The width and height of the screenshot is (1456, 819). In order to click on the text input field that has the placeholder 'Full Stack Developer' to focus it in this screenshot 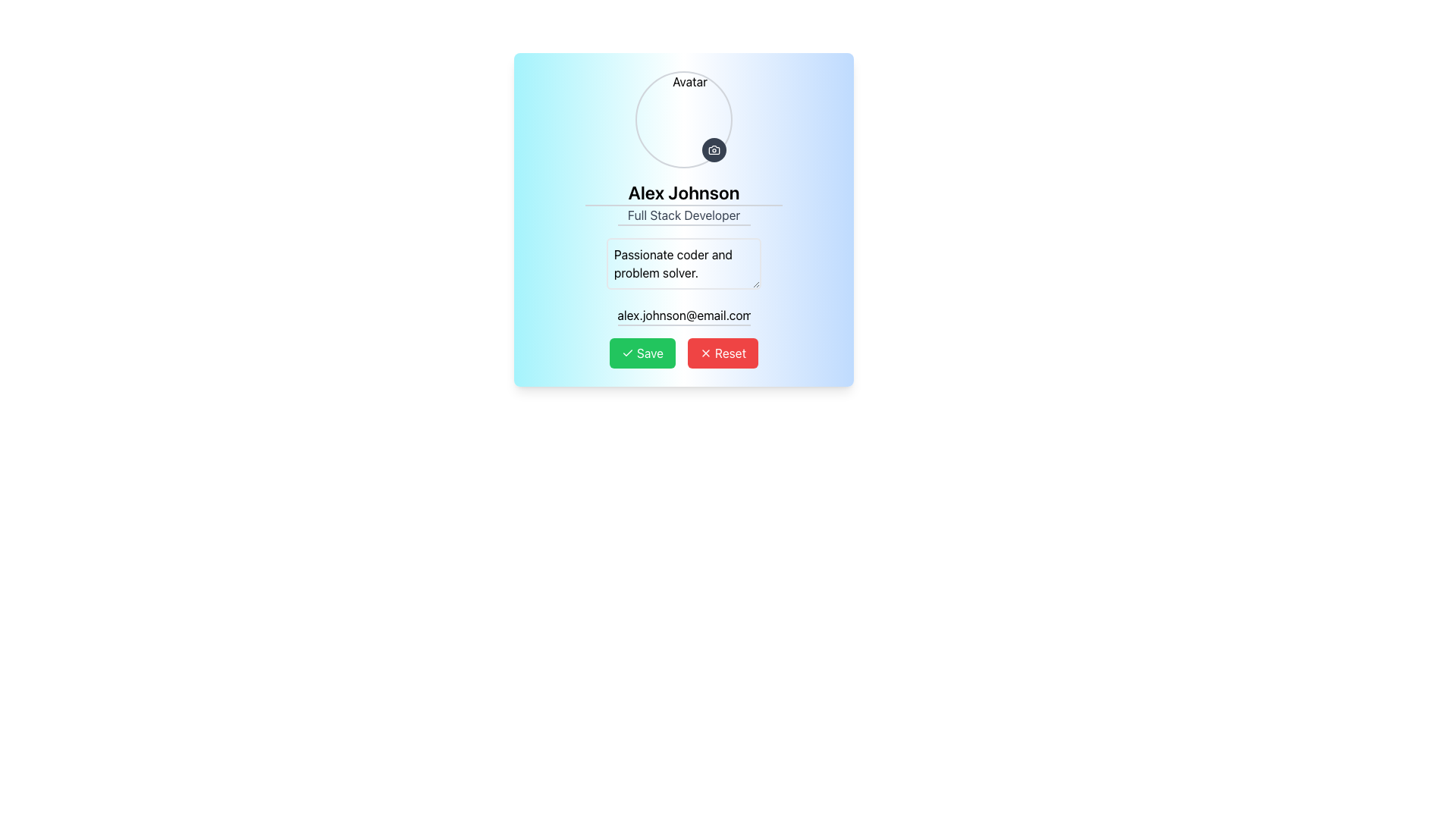, I will do `click(683, 216)`.